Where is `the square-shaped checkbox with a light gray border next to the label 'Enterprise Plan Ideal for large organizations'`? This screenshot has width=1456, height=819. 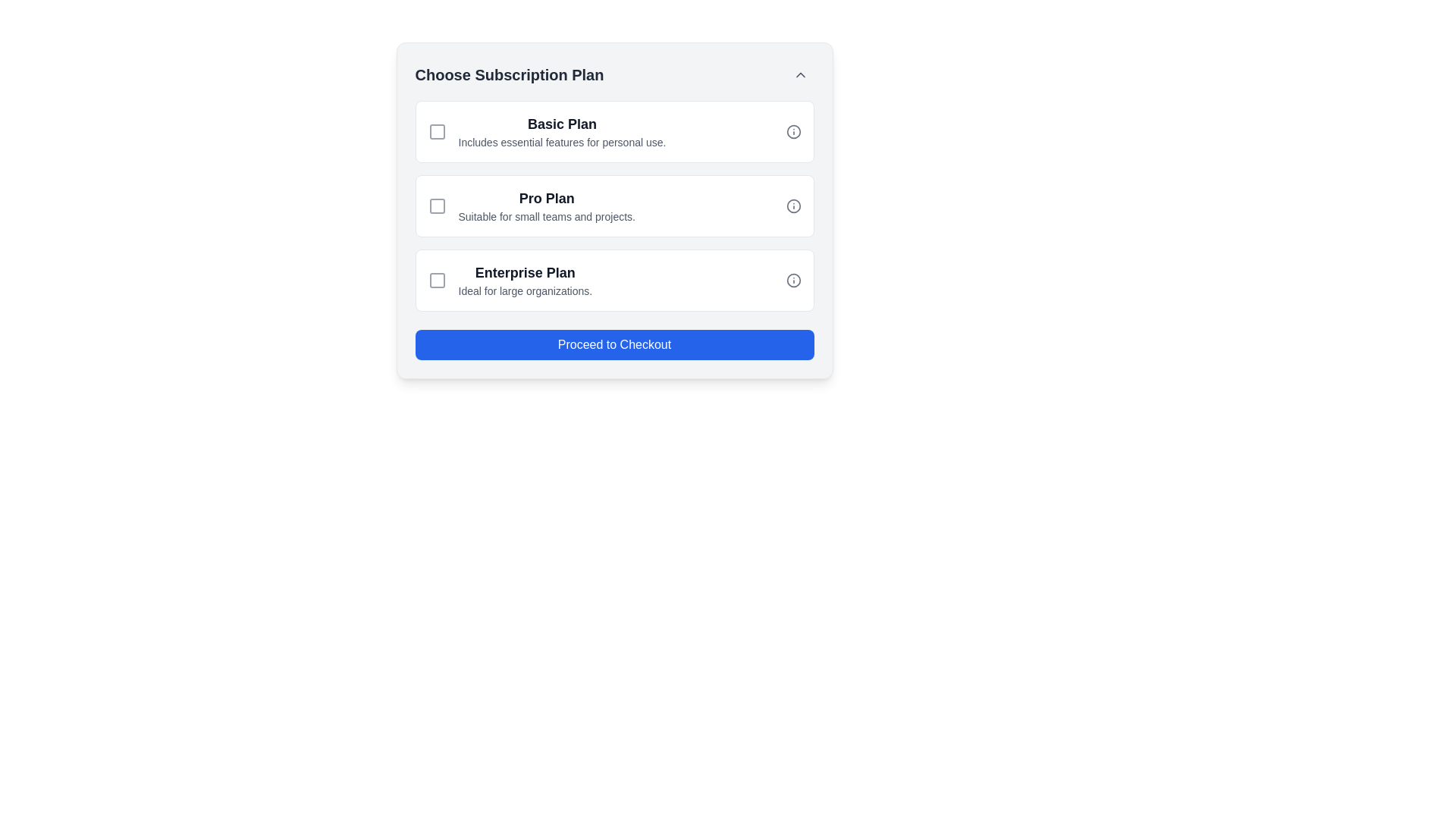
the square-shaped checkbox with a light gray border next to the label 'Enterprise Plan Ideal for large organizations' is located at coordinates (436, 281).